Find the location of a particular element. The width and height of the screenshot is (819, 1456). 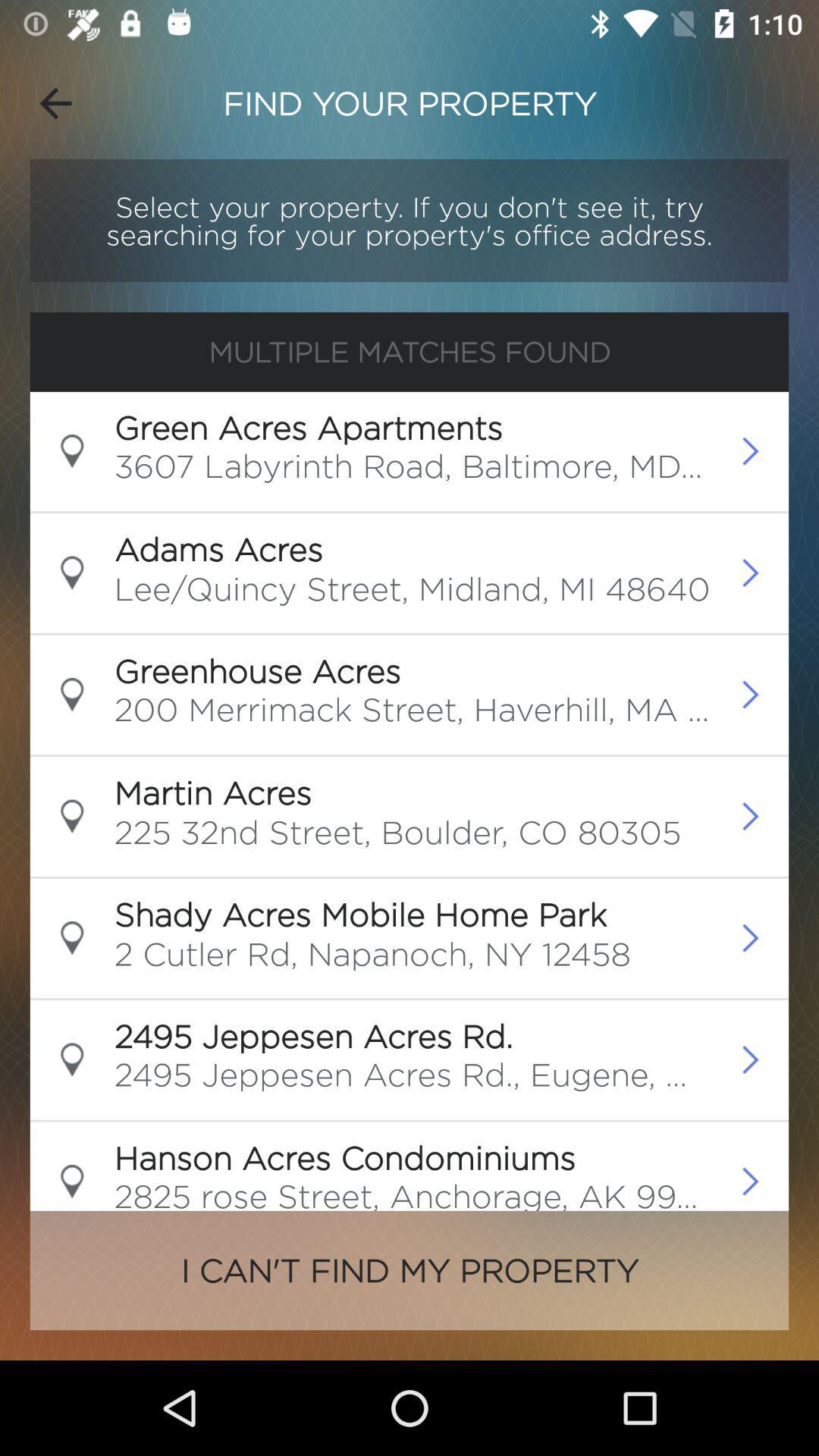

the app above the adams acres app is located at coordinates (413, 470).